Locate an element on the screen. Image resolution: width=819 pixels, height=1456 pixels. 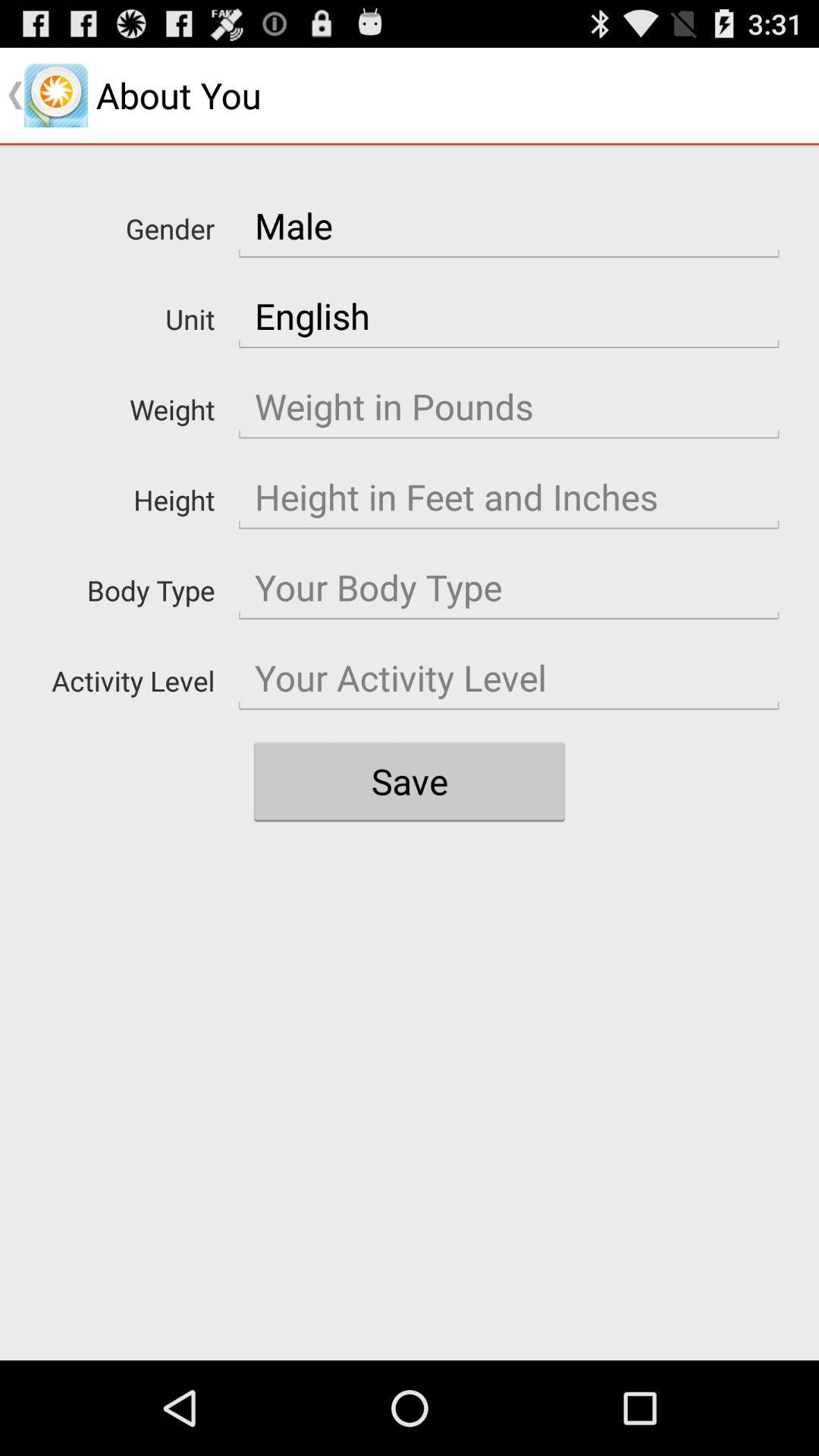
your activity level is located at coordinates (509, 677).